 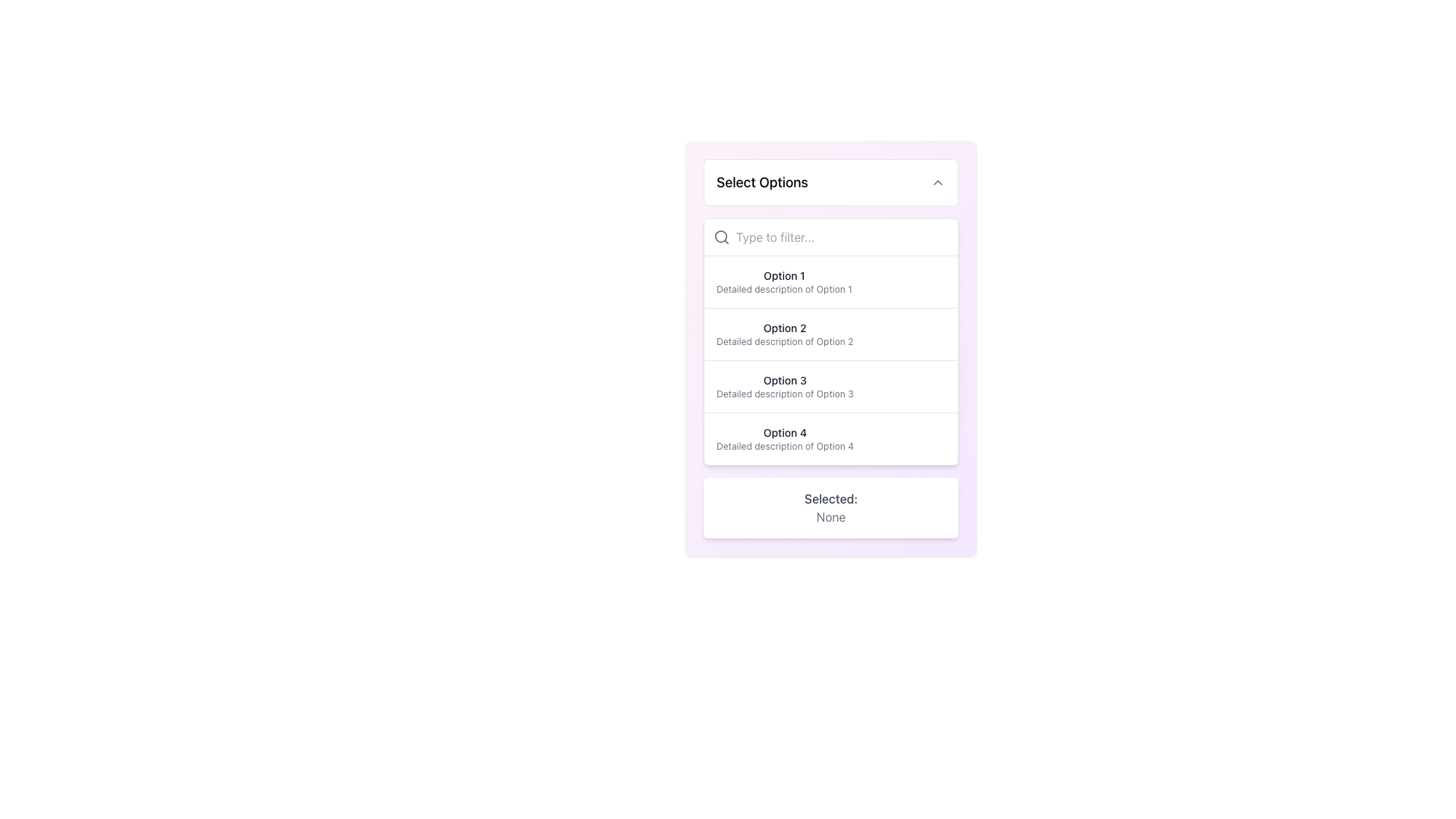 I want to click on the informational text reading 'Detailed description of Option 3', which is displayed below 'Option 3' in the dropdown menu titled 'Select Options', so click(x=785, y=394).